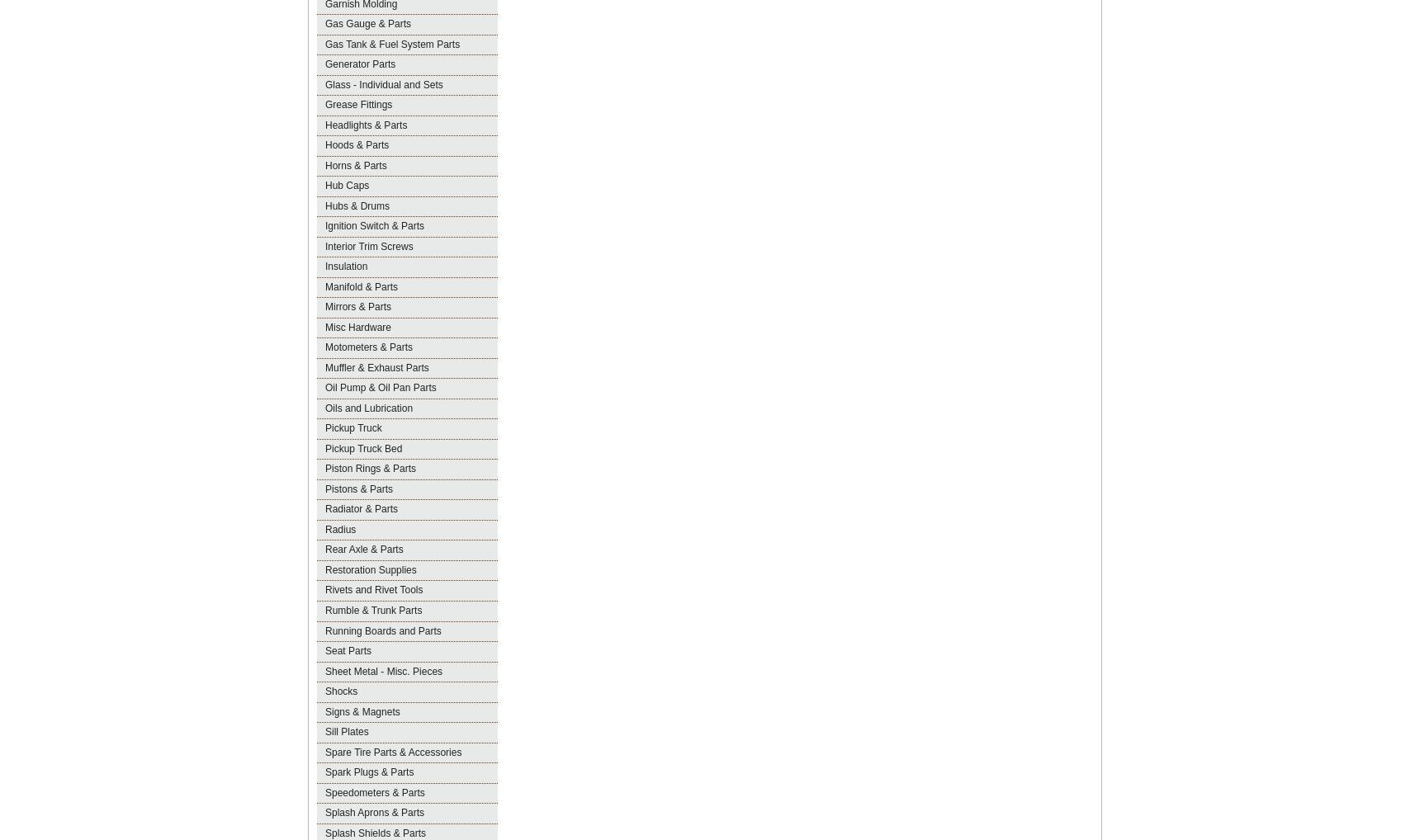 The height and width of the screenshot is (840, 1410). What do you see at coordinates (362, 710) in the screenshot?
I see `'Signs & Magnets'` at bounding box center [362, 710].